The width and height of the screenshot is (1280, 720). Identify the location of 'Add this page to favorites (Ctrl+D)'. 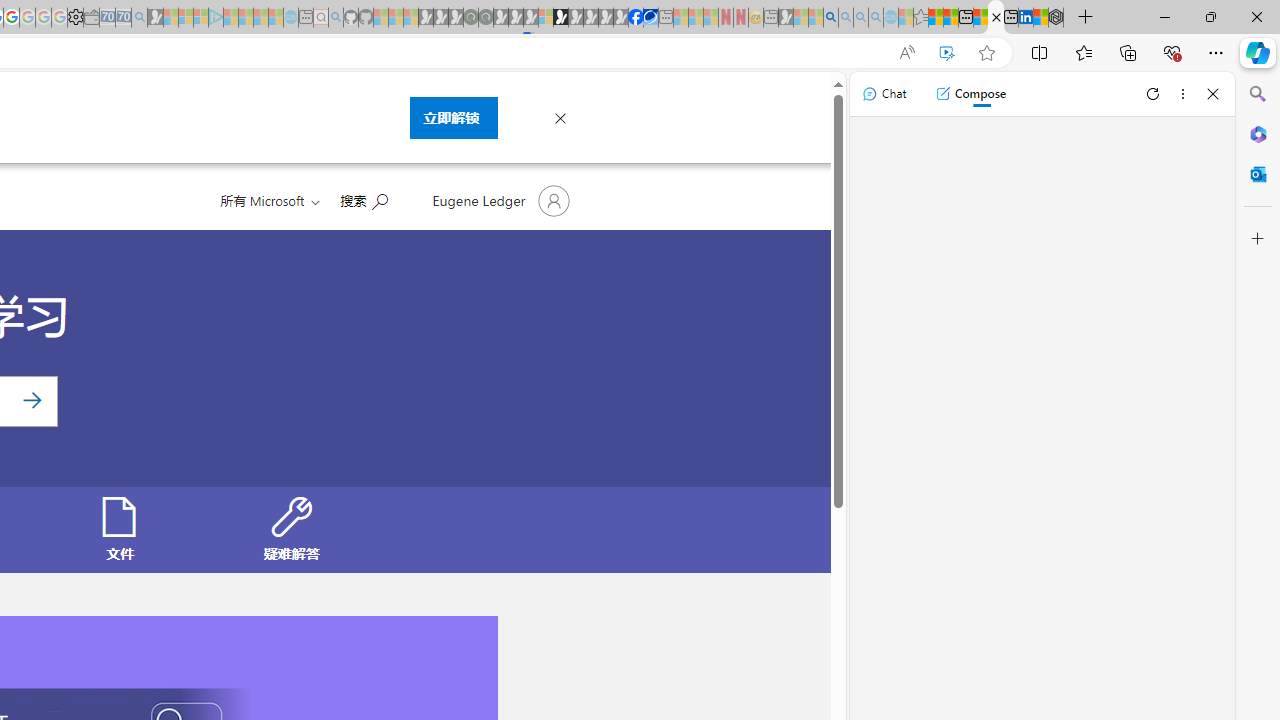
(986, 52).